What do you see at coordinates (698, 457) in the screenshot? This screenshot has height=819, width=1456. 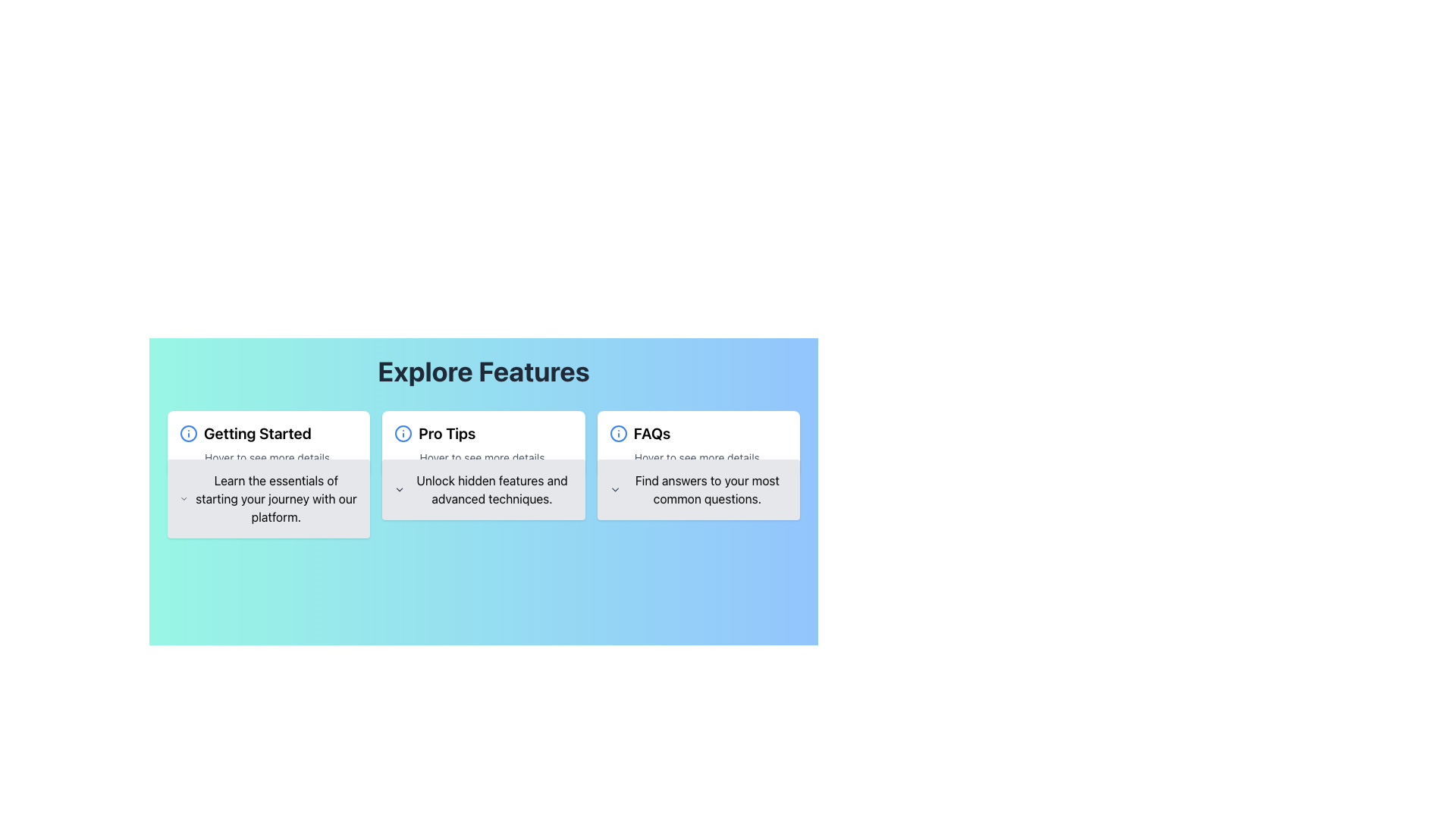 I see `text displayed in the 'FAQs' section, specifically the smaller gray text that says 'Hover to see more details', located directly below the title and icon` at bounding box center [698, 457].